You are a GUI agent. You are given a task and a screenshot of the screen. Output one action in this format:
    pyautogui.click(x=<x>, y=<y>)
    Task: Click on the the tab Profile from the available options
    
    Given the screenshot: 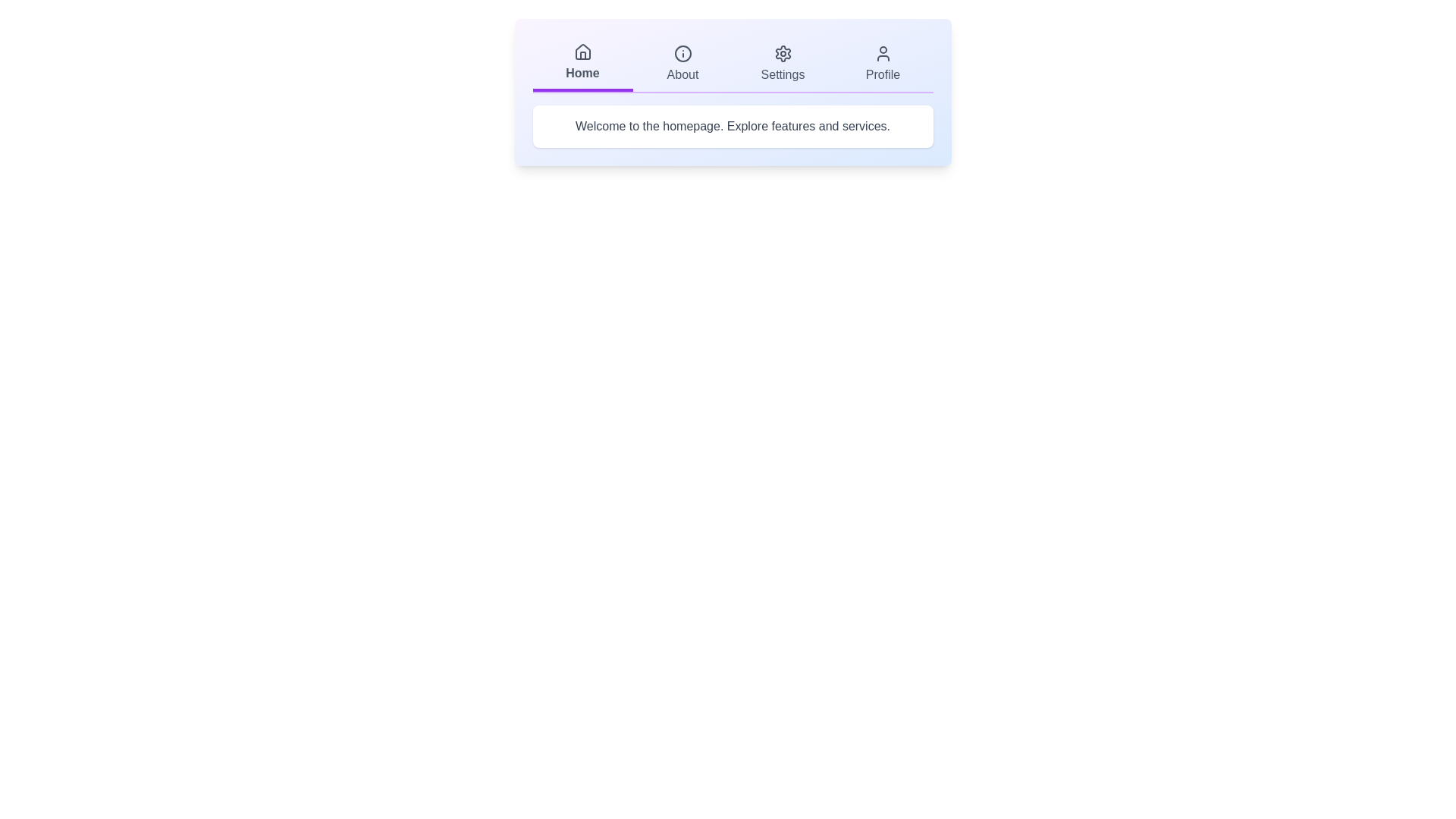 What is the action you would take?
    pyautogui.click(x=883, y=63)
    